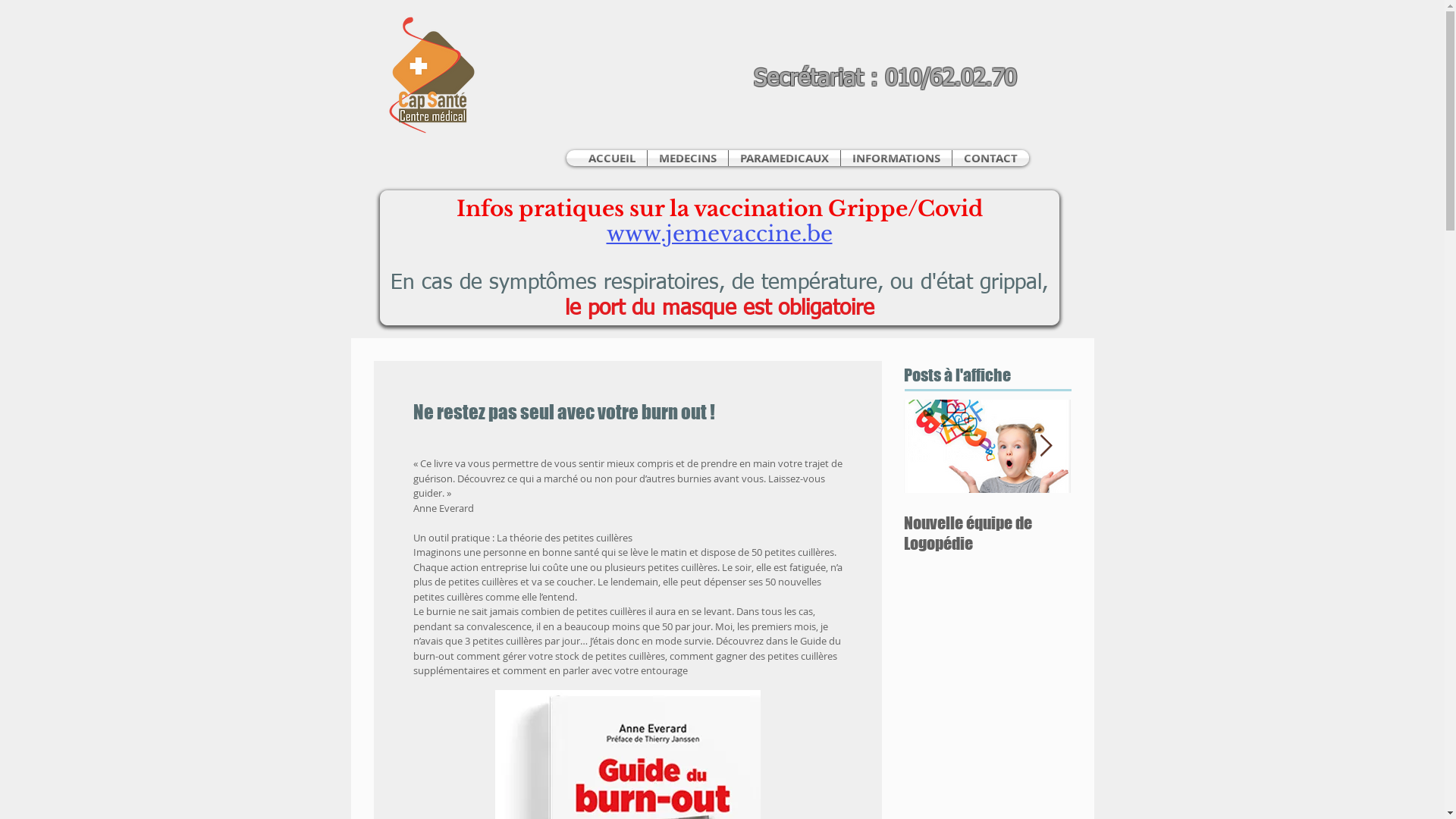 Image resolution: width=1456 pixels, height=819 pixels. I want to click on 'PARAMEDICAUX', so click(783, 158).